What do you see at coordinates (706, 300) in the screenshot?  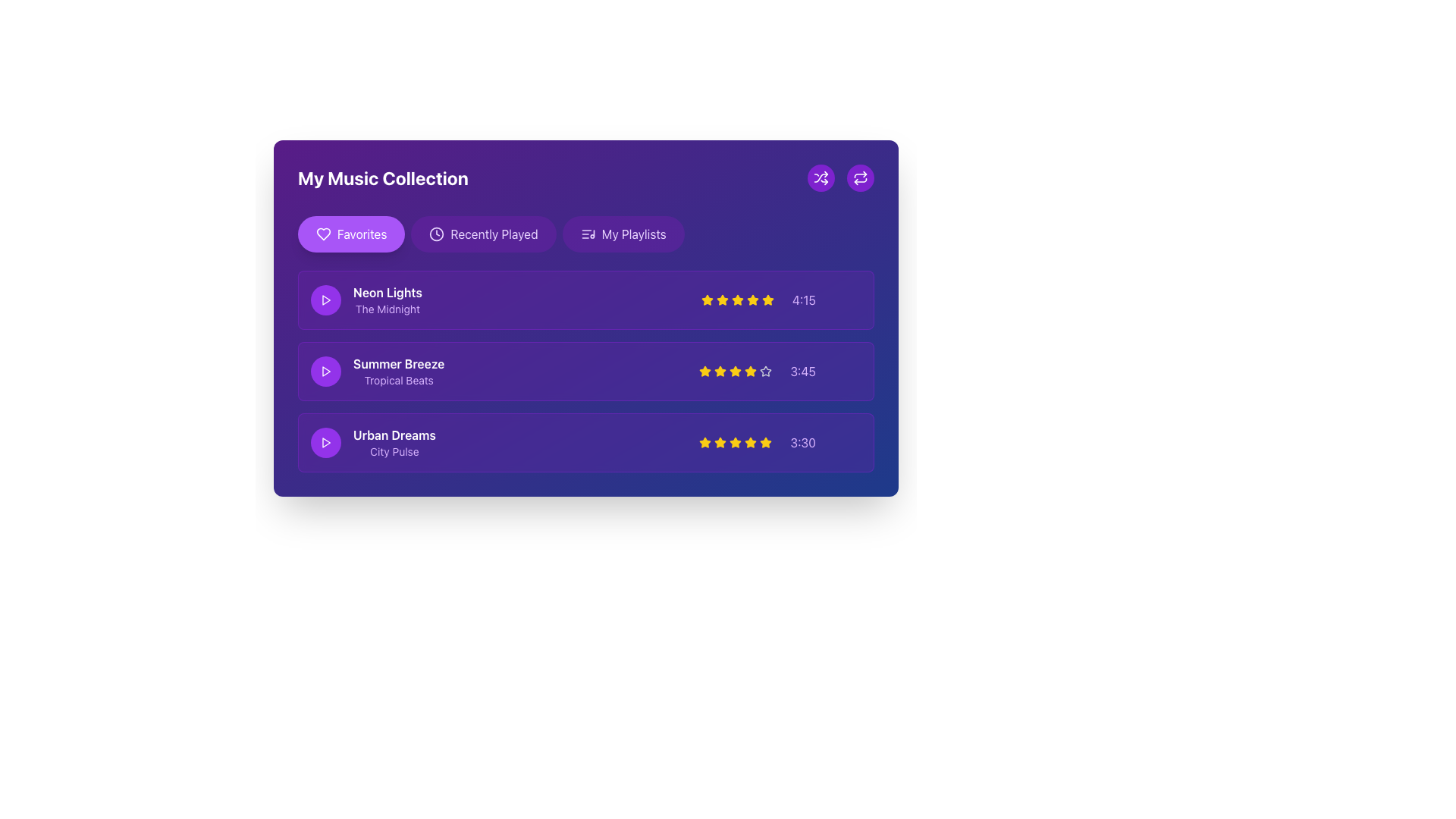 I see `the first star symbol in the rating component of the playlist entry labeled 'Neon Lights'` at bounding box center [706, 300].